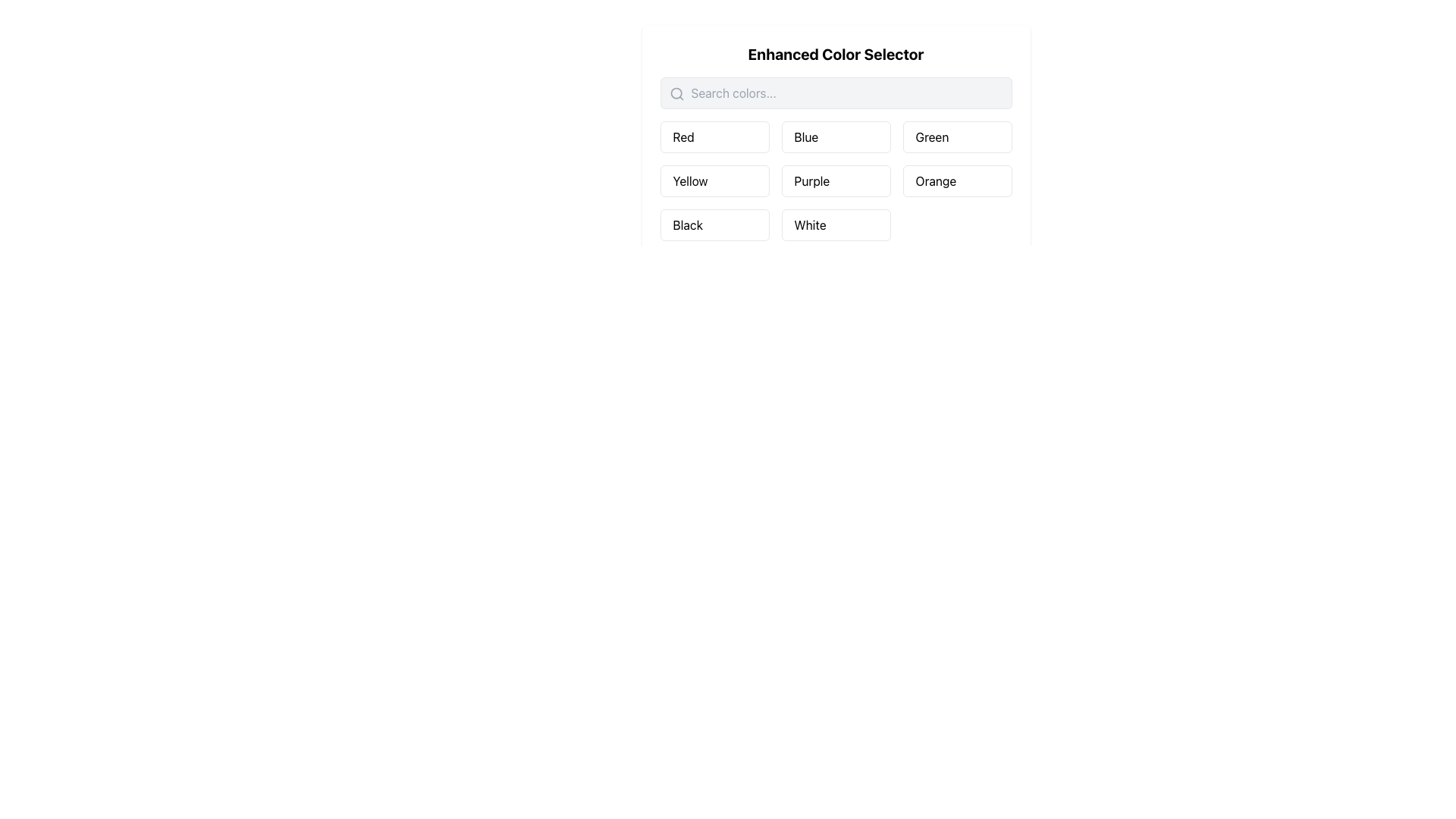 This screenshot has height=819, width=1456. What do you see at coordinates (682, 137) in the screenshot?
I see `text from the label displaying 'Red', which is located within a rectangular button with rounded corners and a white background in the grid of color options` at bounding box center [682, 137].